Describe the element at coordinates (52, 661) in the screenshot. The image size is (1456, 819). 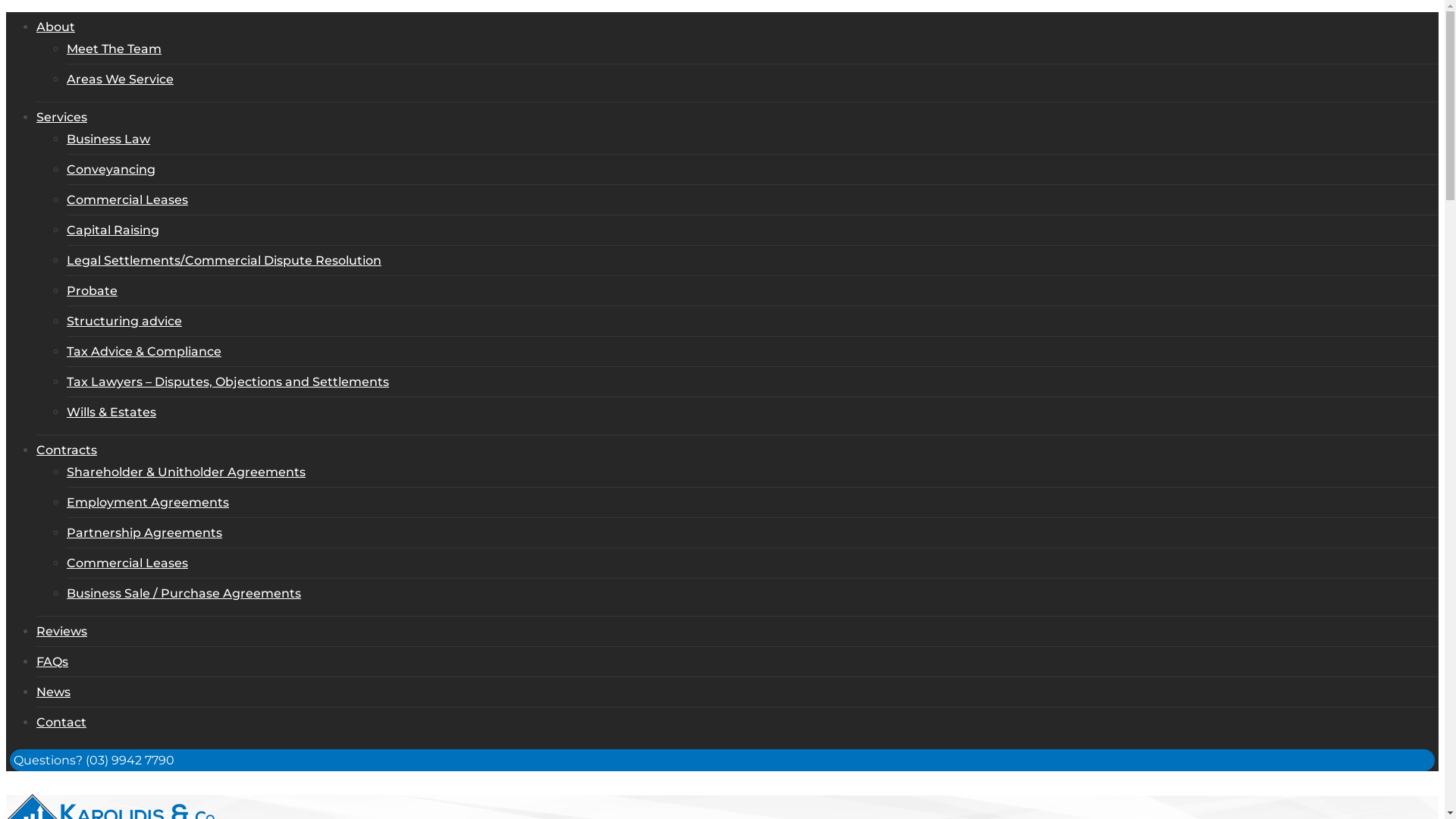
I see `'FAQs'` at that location.